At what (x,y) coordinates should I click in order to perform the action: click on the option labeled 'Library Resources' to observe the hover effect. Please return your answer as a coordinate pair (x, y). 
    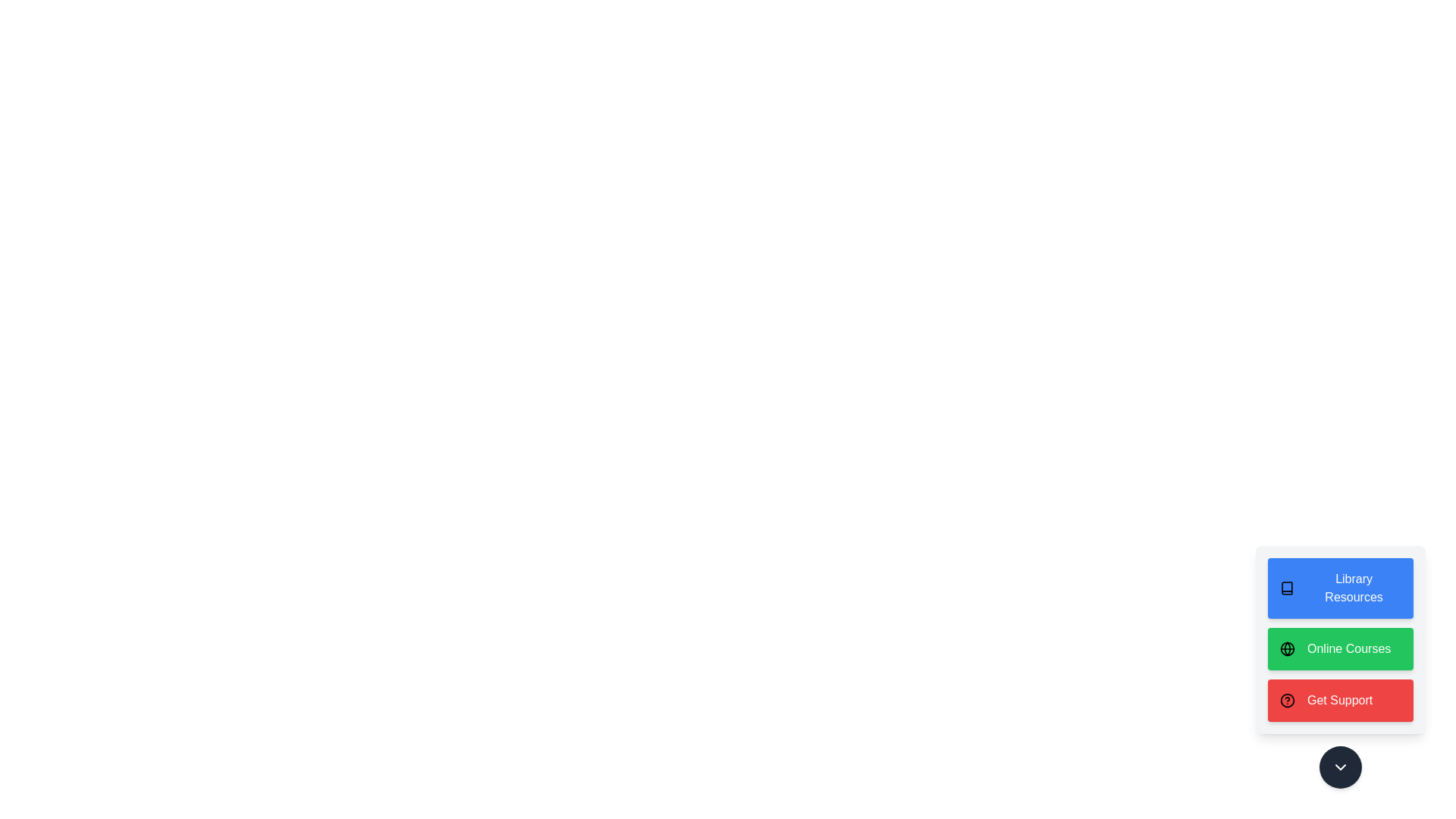
    Looking at the image, I should click on (1340, 587).